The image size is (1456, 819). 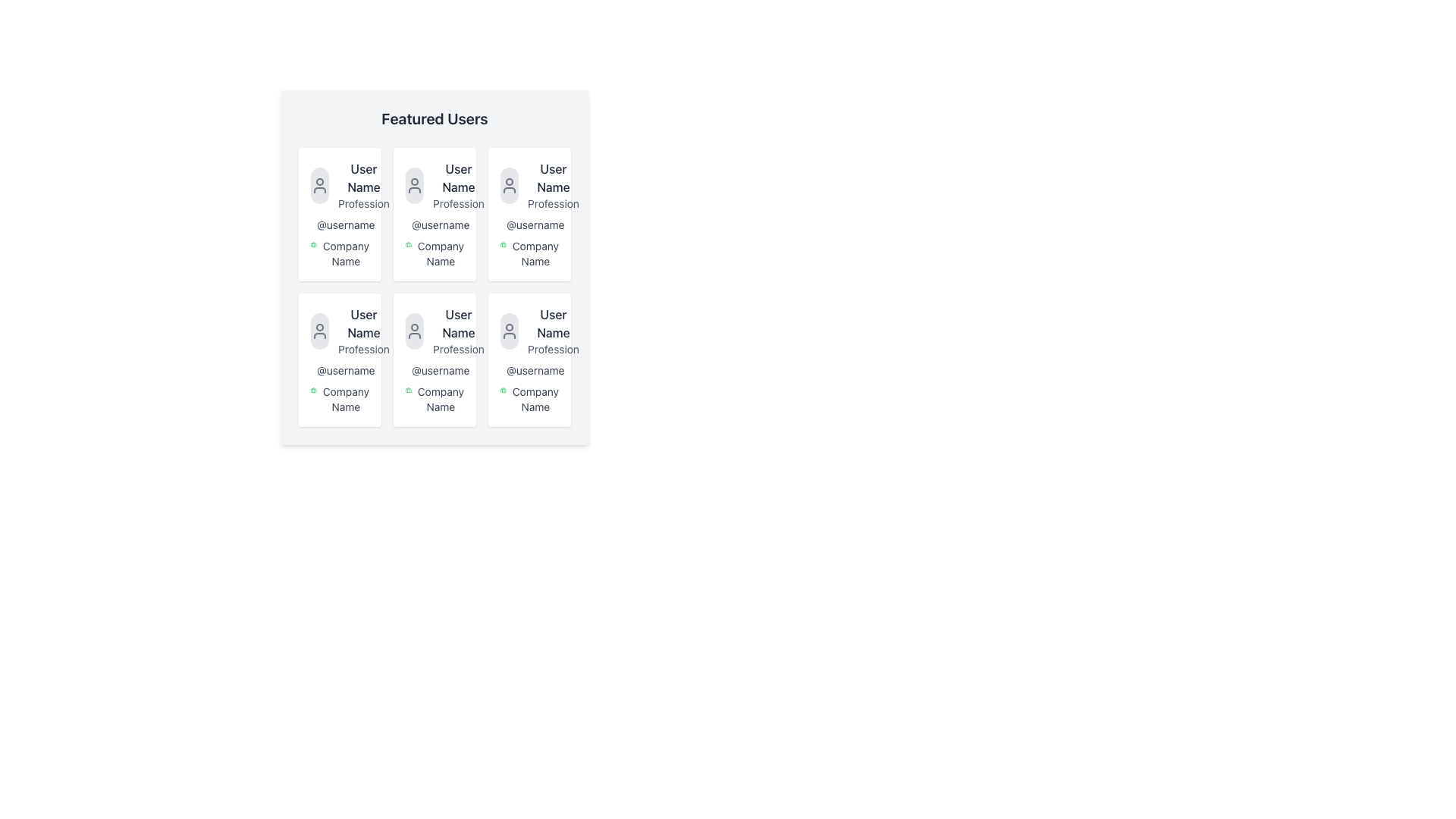 I want to click on the username identifier text label located at the bottom-middle section of the user profile card in the bottom-left of the grid, so click(x=345, y=371).